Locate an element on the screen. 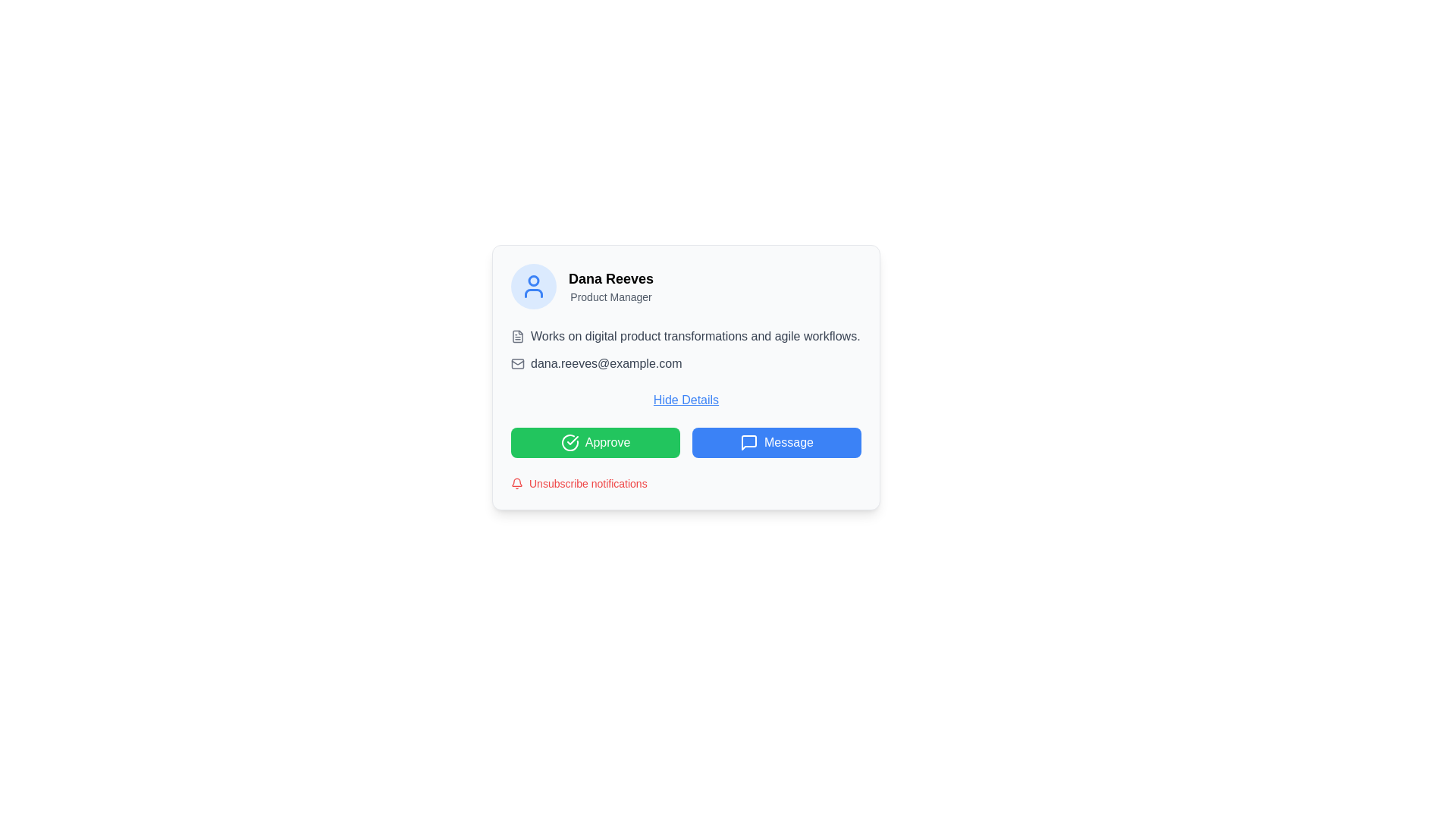  the chat bubble icon located inside the blue 'Message' button, positioned to the left of the button's text label is located at coordinates (749, 442).